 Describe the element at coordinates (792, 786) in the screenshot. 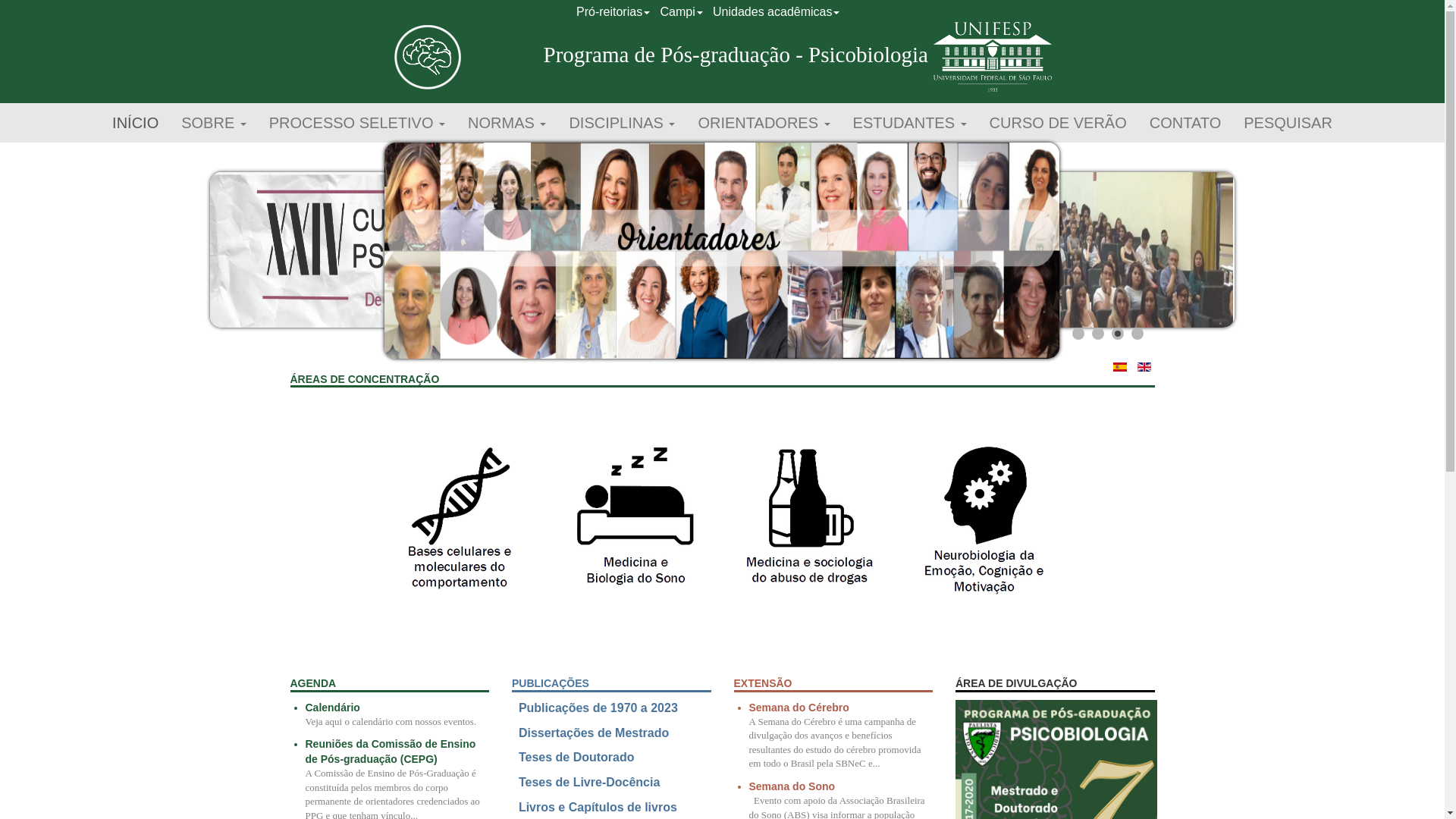

I see `'Semana do Sono'` at that location.